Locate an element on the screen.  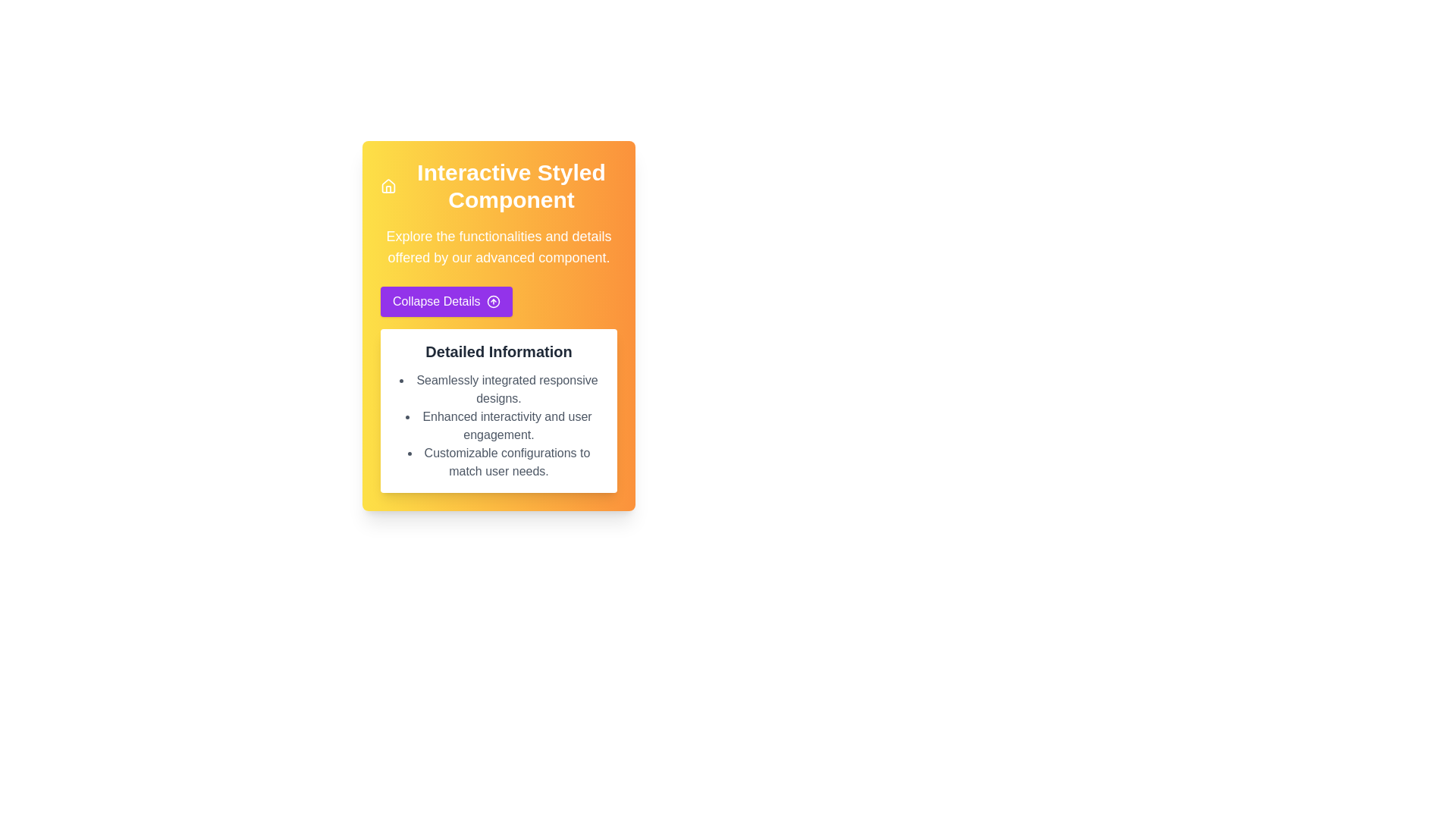
the text label that provides a concise descriptive context about the advanced component's offerings, located beneath the title 'Interactive Styled Component' and above the purple button 'Collapse Details' is located at coordinates (498, 246).